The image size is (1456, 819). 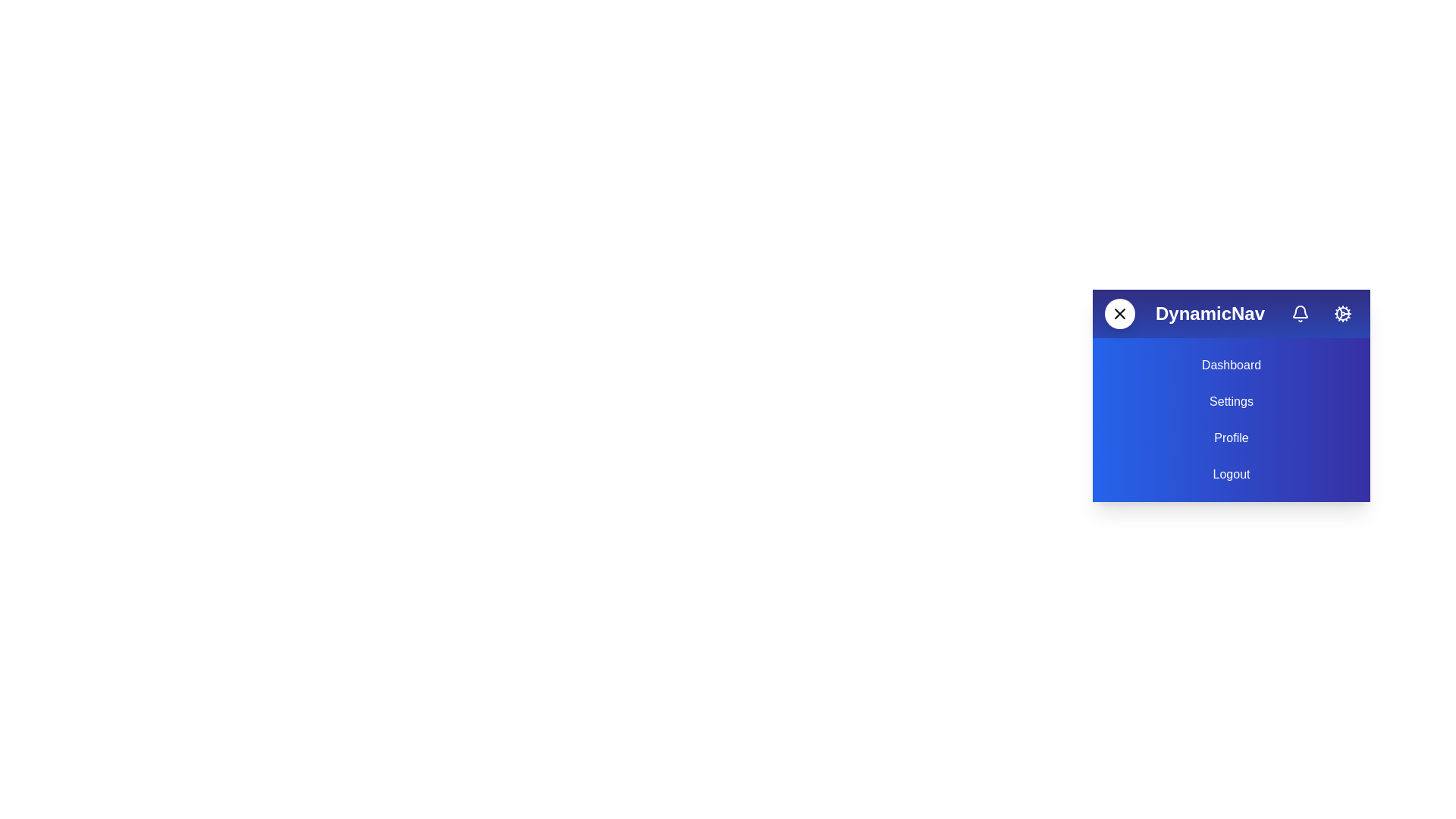 I want to click on the text element 'Settings' to select it, so click(x=1231, y=400).